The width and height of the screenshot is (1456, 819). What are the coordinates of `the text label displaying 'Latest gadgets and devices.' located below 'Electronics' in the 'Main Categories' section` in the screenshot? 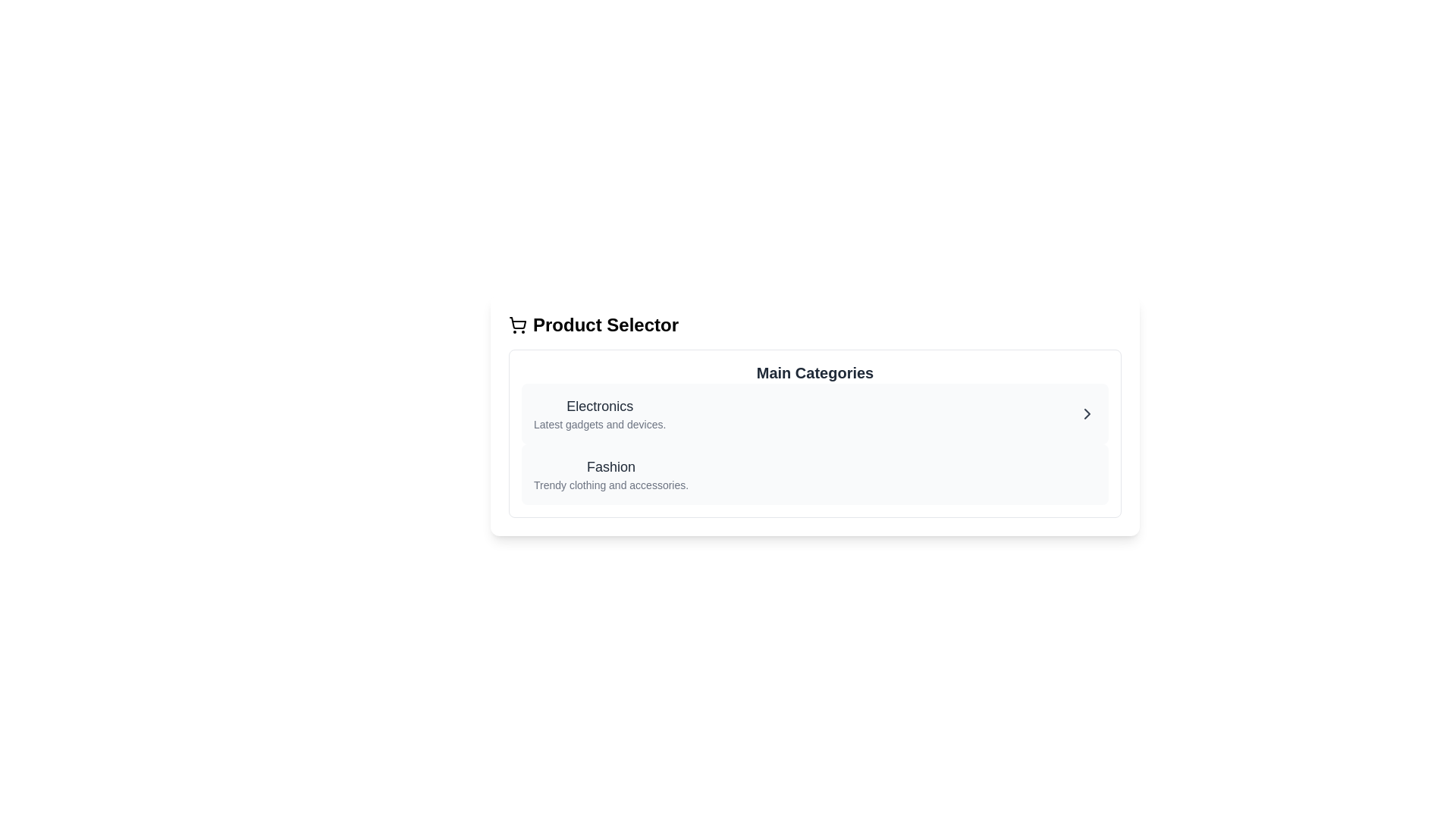 It's located at (599, 424).